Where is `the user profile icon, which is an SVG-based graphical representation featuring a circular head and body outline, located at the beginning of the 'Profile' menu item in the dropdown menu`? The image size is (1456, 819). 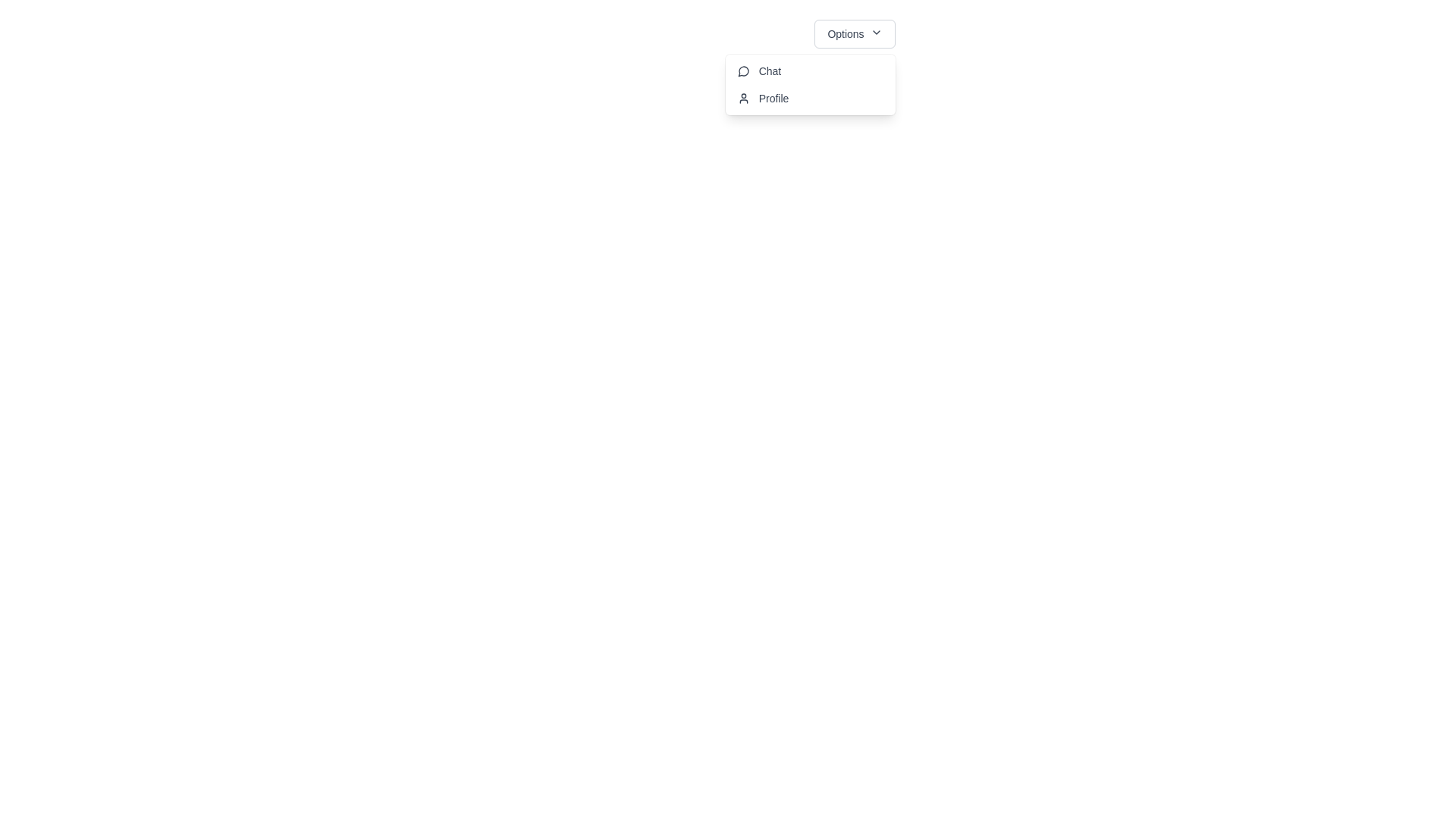
the user profile icon, which is an SVG-based graphical representation featuring a circular head and body outline, located at the beginning of the 'Profile' menu item in the dropdown menu is located at coordinates (743, 99).